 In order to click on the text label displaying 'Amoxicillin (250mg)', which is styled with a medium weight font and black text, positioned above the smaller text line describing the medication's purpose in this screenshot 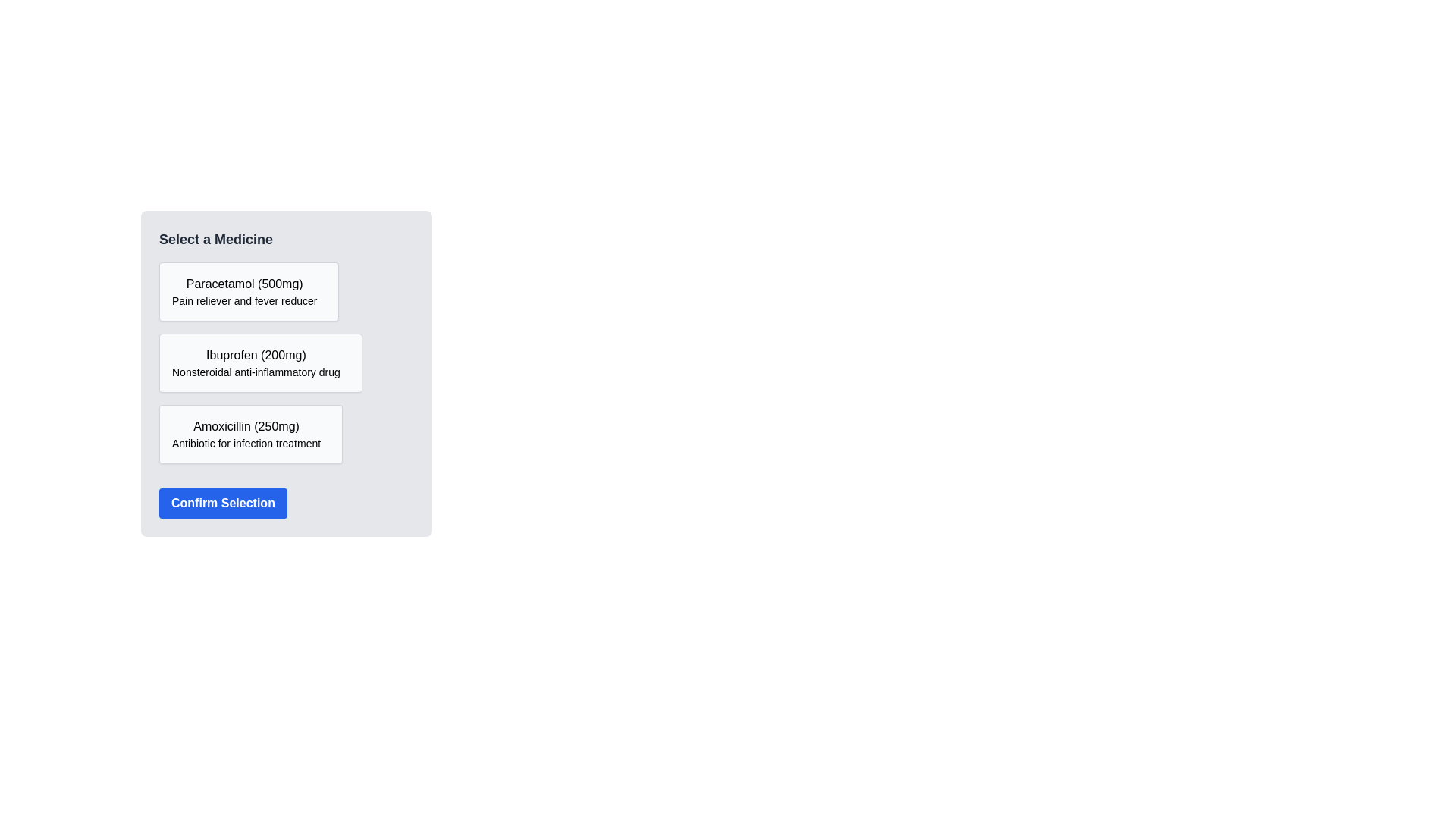, I will do `click(246, 427)`.